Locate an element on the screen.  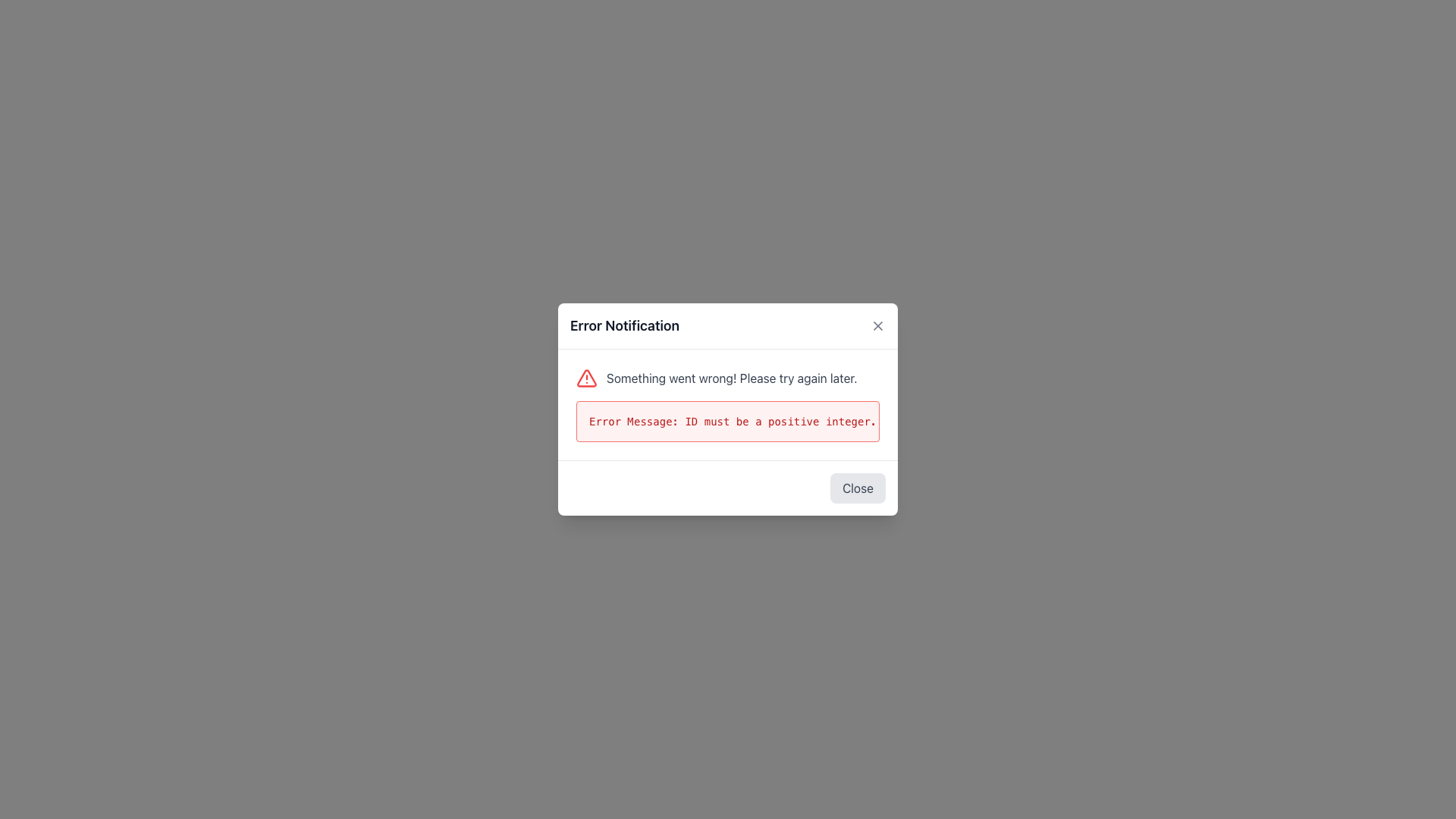
text content of the Notification box with light red background and red border that states 'Error Message: ID must be a positive integer.' is located at coordinates (728, 421).